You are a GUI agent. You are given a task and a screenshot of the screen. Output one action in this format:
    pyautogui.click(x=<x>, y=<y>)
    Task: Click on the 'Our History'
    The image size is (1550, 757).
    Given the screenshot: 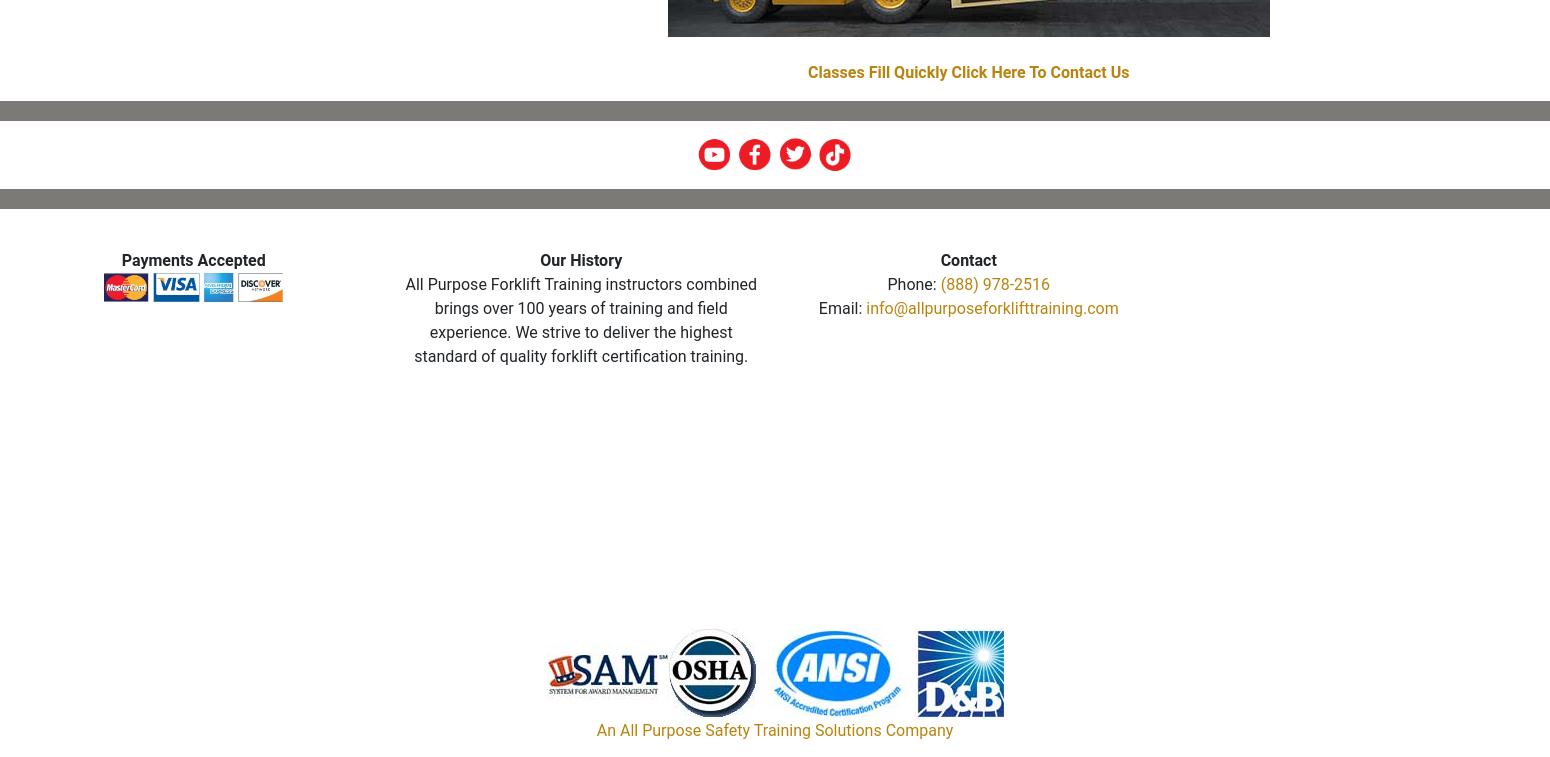 What is the action you would take?
    pyautogui.click(x=580, y=259)
    